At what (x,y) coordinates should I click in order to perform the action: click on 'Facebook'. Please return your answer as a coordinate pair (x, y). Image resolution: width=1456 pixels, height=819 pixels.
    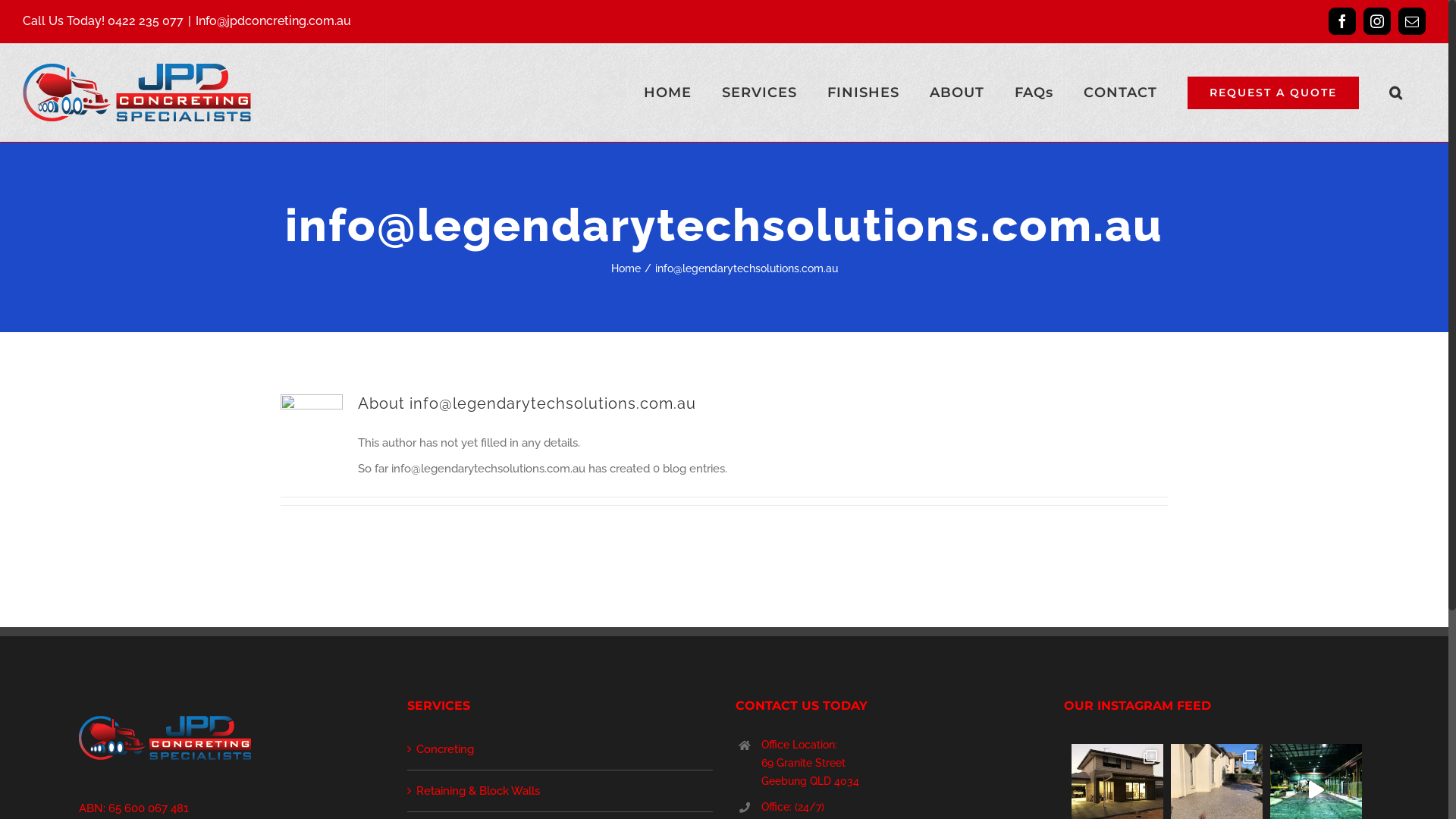
    Looking at the image, I should click on (1342, 20).